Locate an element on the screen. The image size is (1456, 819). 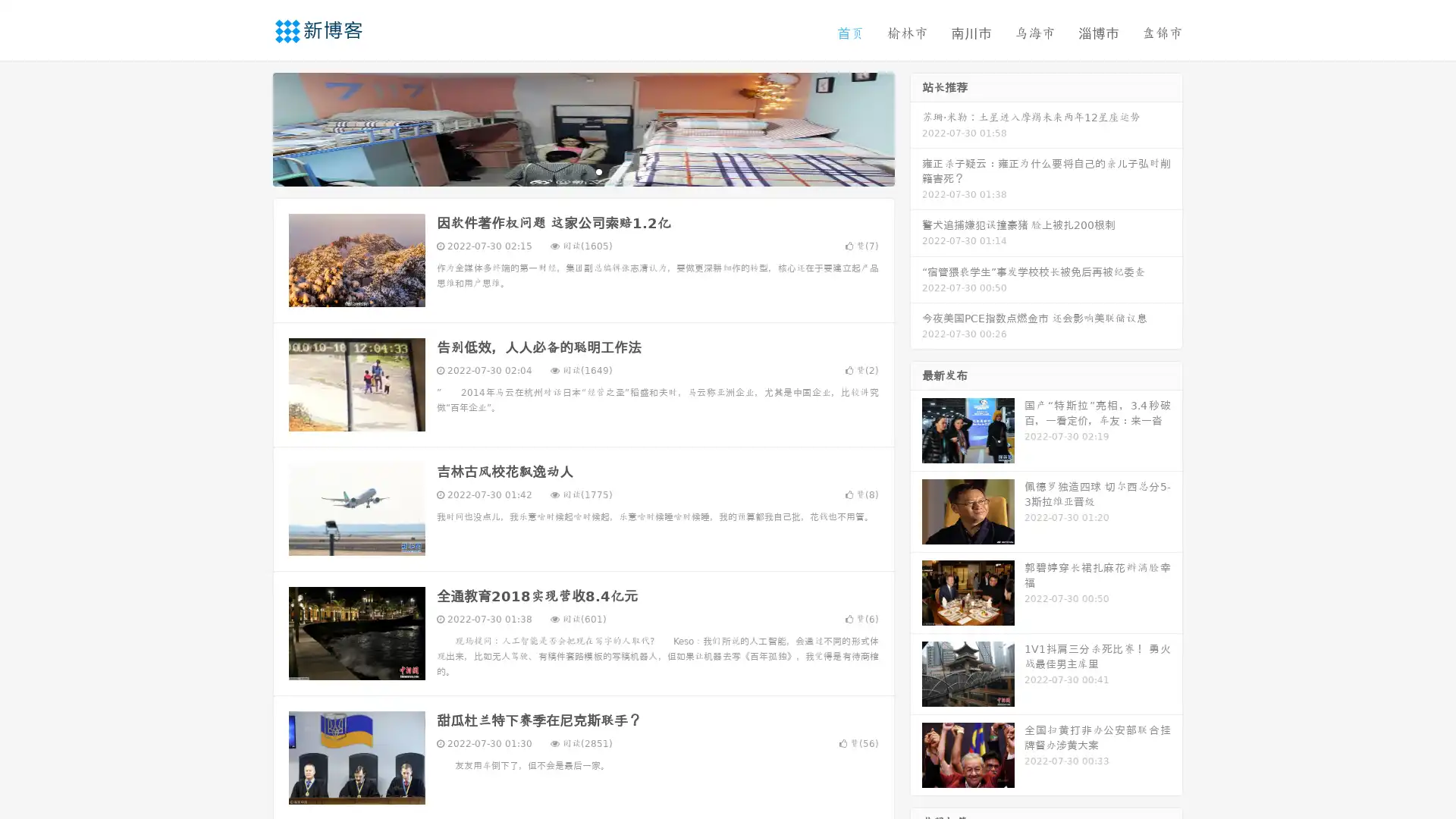
Previous slide is located at coordinates (250, 127).